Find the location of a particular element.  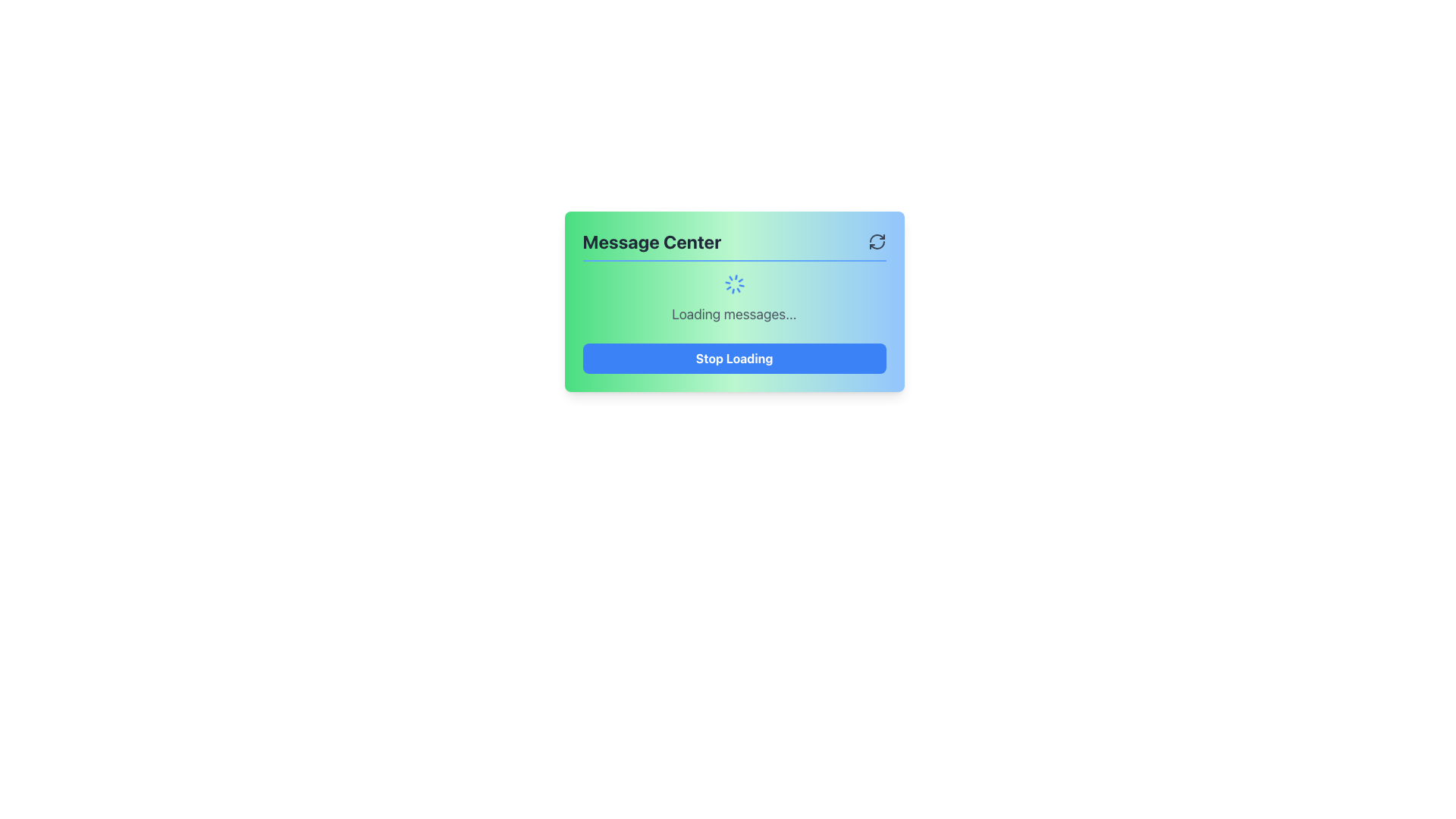

the text label that displays the status message indicating that messages are currently being loaded, located below a spinning icon and above the 'Stop Loading' button is located at coordinates (734, 314).